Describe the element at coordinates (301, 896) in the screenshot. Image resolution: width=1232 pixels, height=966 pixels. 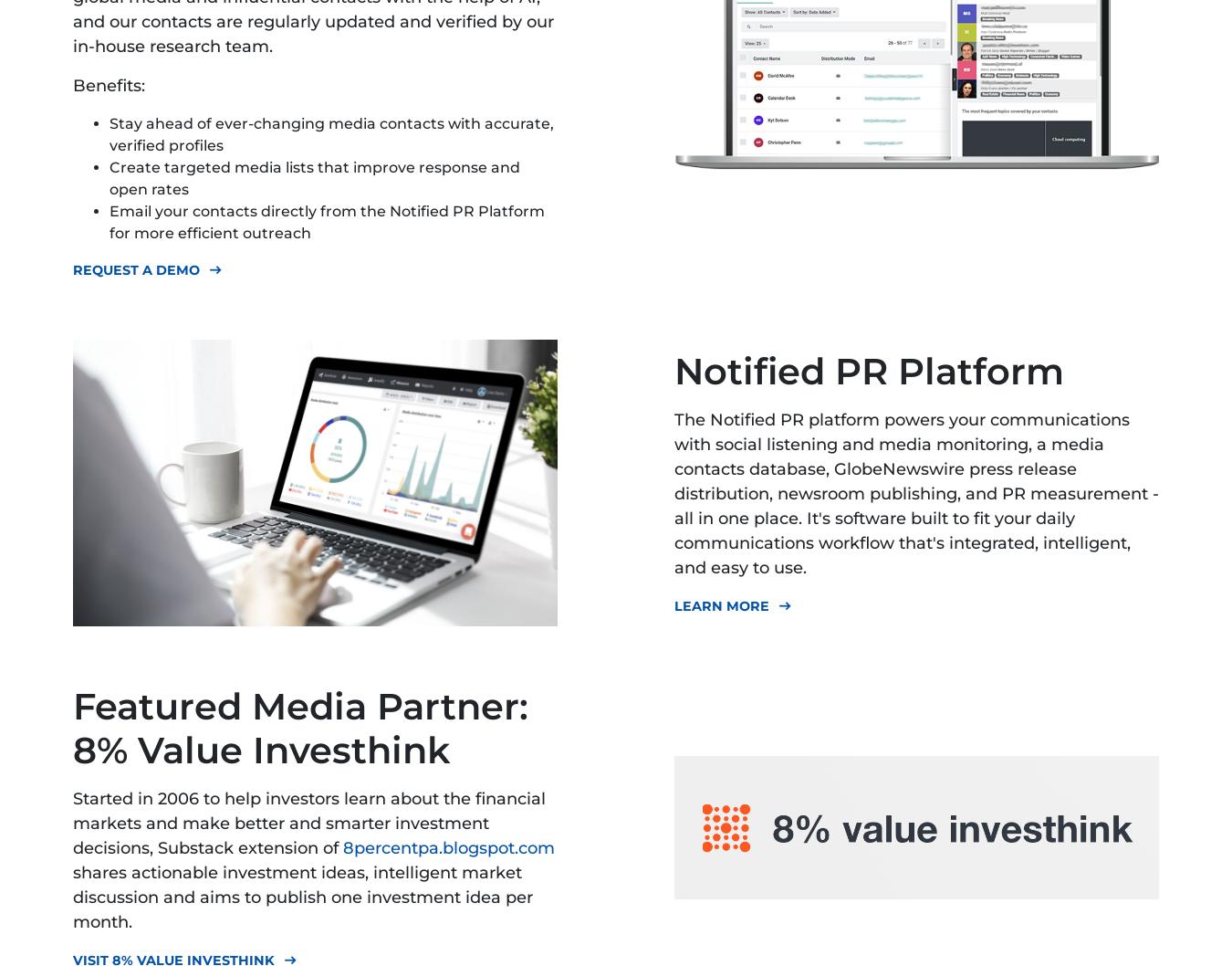
I see `'shares actionable investment ideas, intelligent market discussion and aims to publish one investment idea per month.'` at that location.